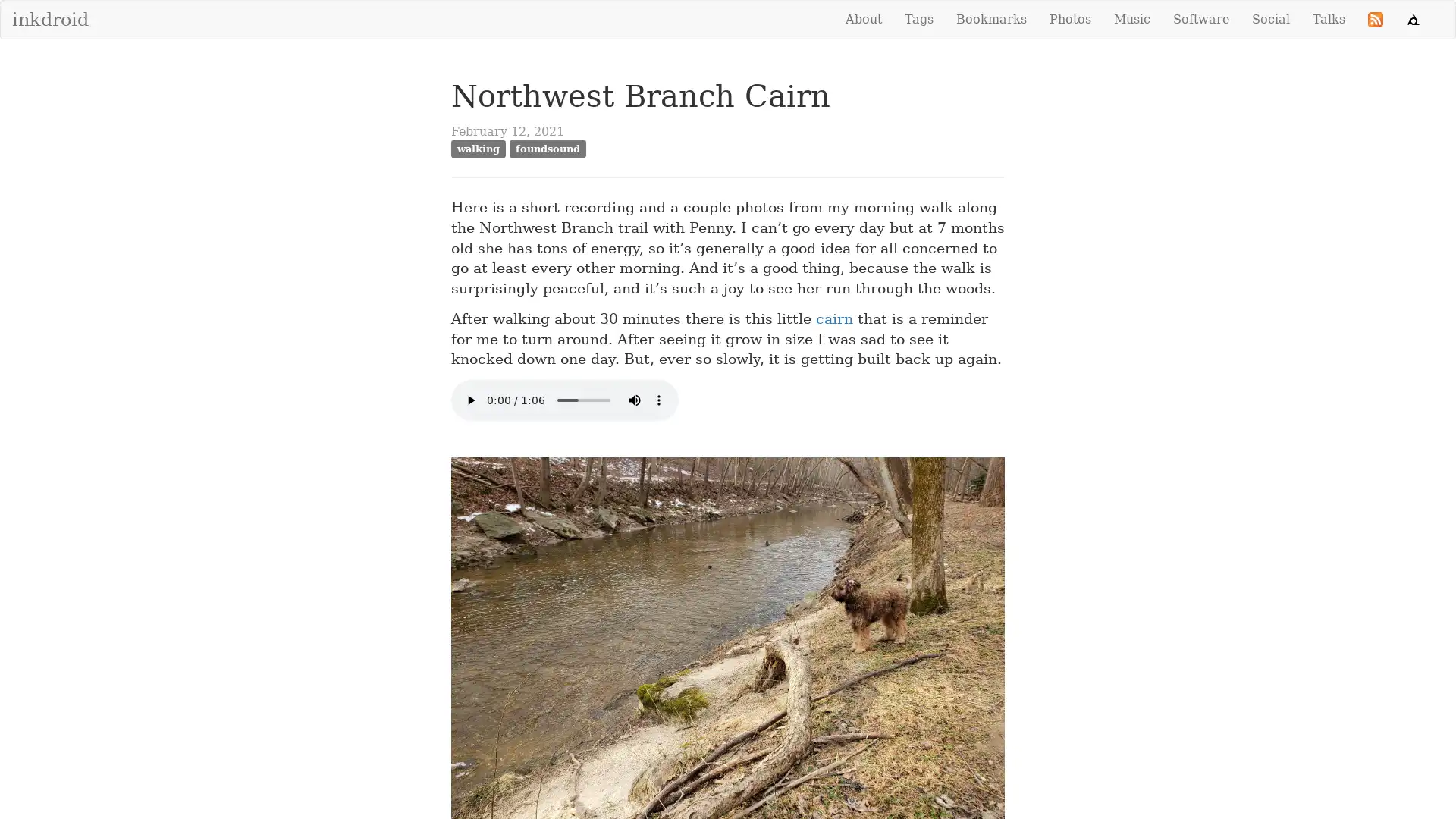 Image resolution: width=1456 pixels, height=819 pixels. I want to click on show more media controls, so click(658, 400).